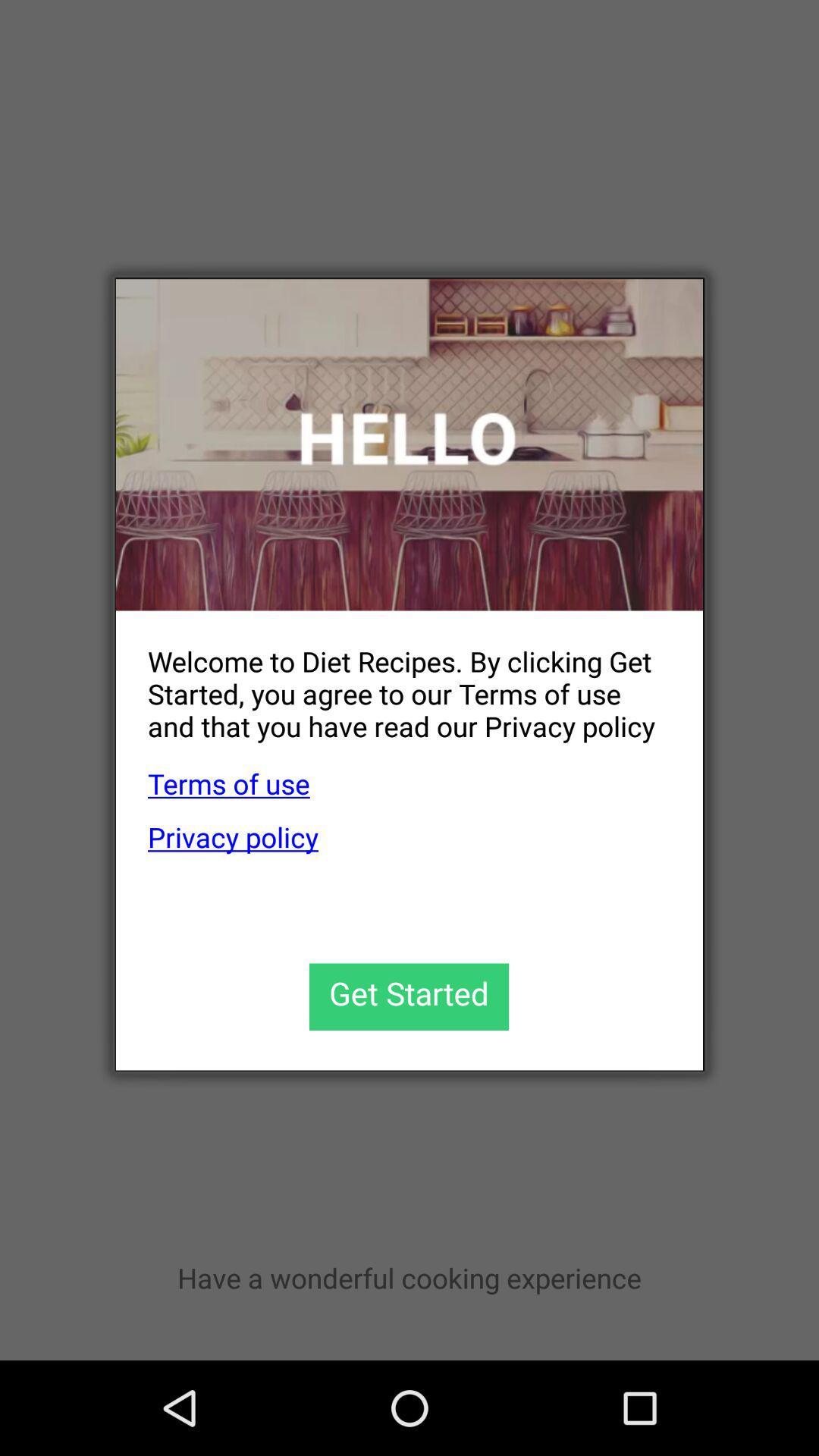 The height and width of the screenshot is (1456, 819). What do you see at coordinates (393, 681) in the screenshot?
I see `icon above terms of use item` at bounding box center [393, 681].